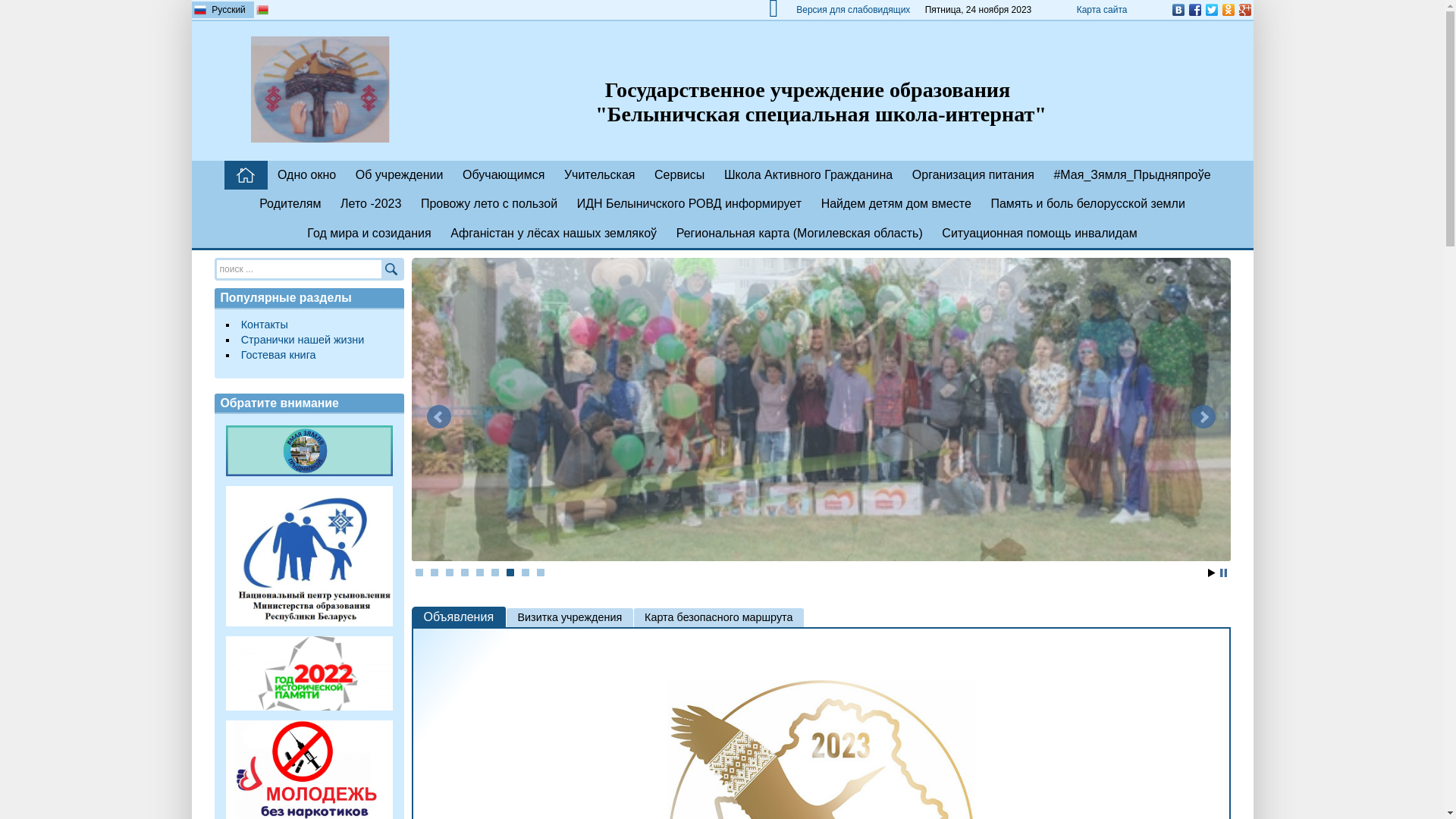 This screenshot has height=819, width=1456. What do you see at coordinates (525, 573) in the screenshot?
I see `'8'` at bounding box center [525, 573].